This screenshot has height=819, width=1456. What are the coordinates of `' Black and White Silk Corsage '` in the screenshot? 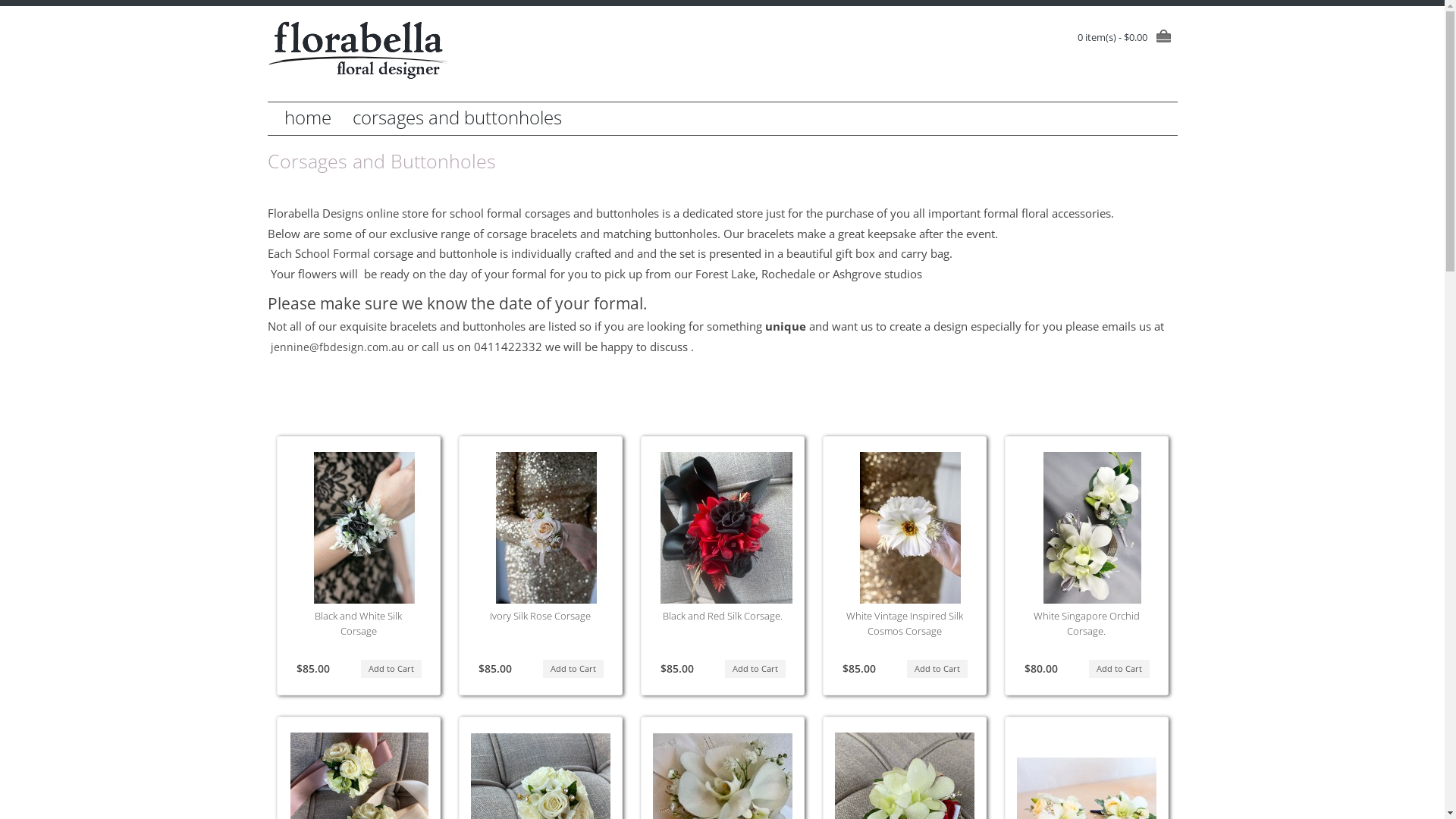 It's located at (287, 526).